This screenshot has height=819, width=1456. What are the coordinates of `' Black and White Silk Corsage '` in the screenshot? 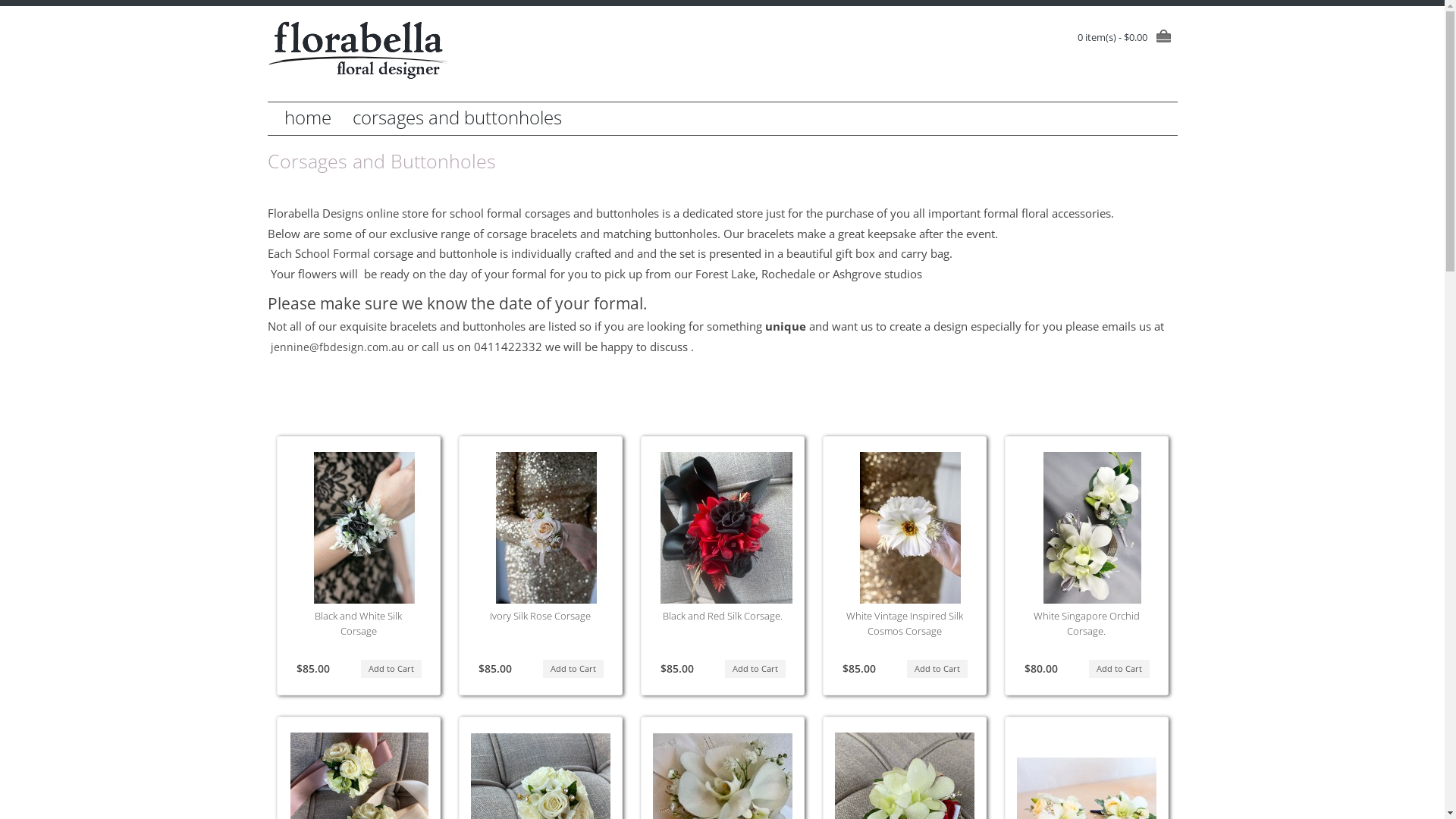 It's located at (287, 526).